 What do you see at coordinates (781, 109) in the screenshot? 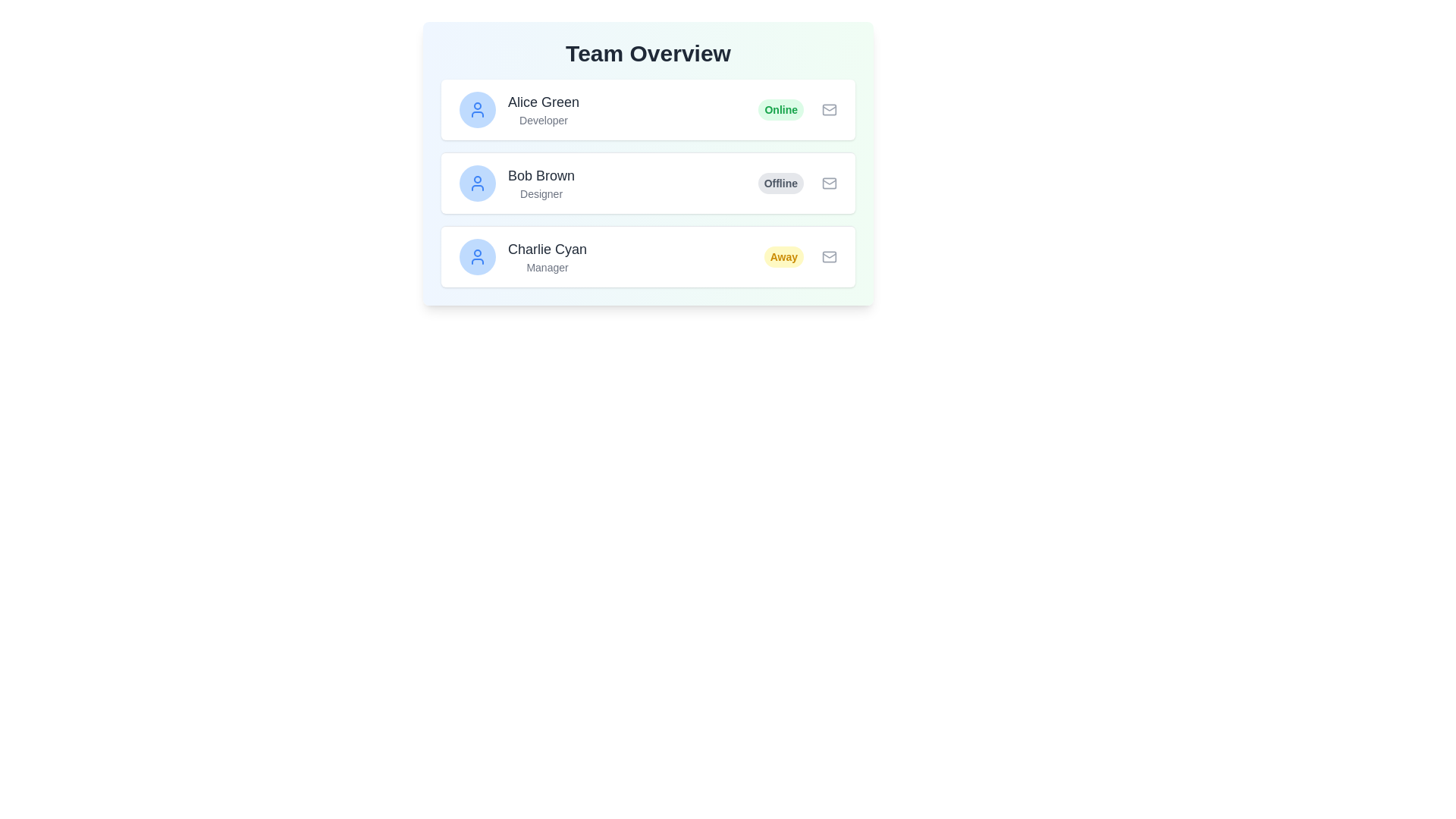
I see `the Status indicator label located to the left of the envelope icon, aligned with the name 'Alice Green' and the role 'Developer' in the vertically stacked list` at bounding box center [781, 109].